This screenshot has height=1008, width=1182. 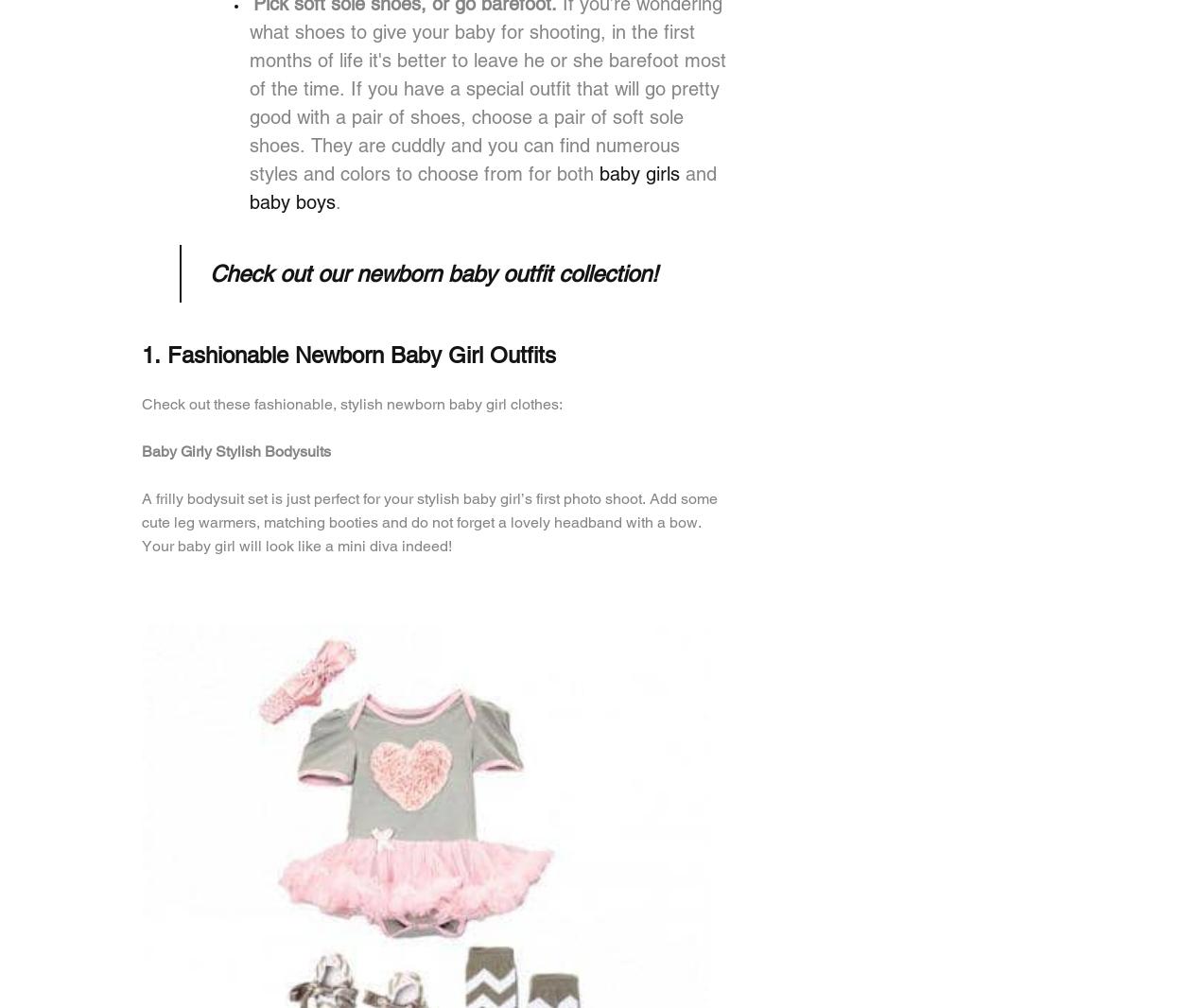 What do you see at coordinates (651, 273) in the screenshot?
I see `'!'` at bounding box center [651, 273].